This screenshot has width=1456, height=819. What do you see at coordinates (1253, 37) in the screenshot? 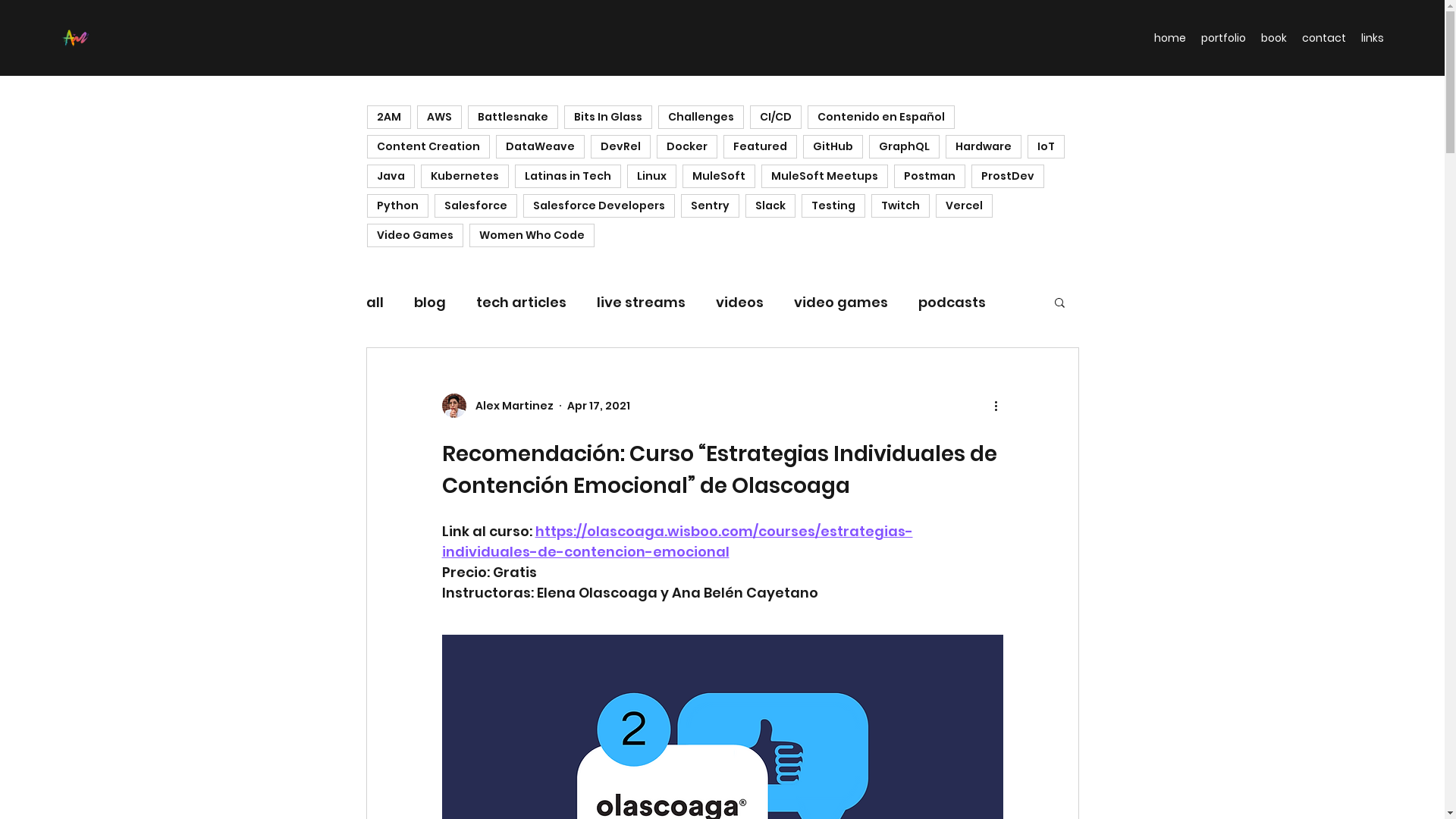
I see `'book'` at bounding box center [1253, 37].